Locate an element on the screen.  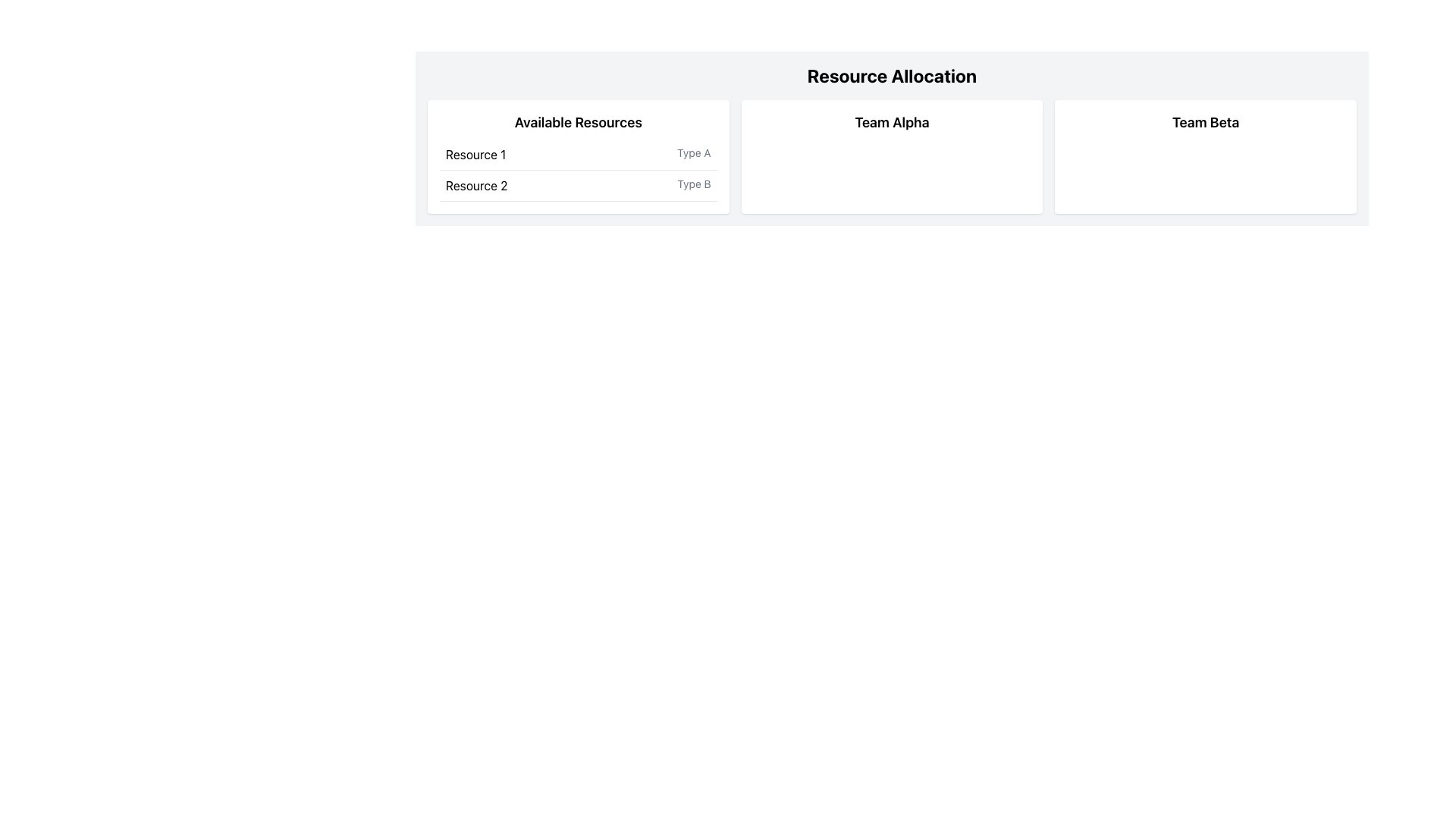
the Text Label that identifies a resource in the 'Available Resources' list, specifically the second entry aligned with 'Type B' is located at coordinates (475, 185).